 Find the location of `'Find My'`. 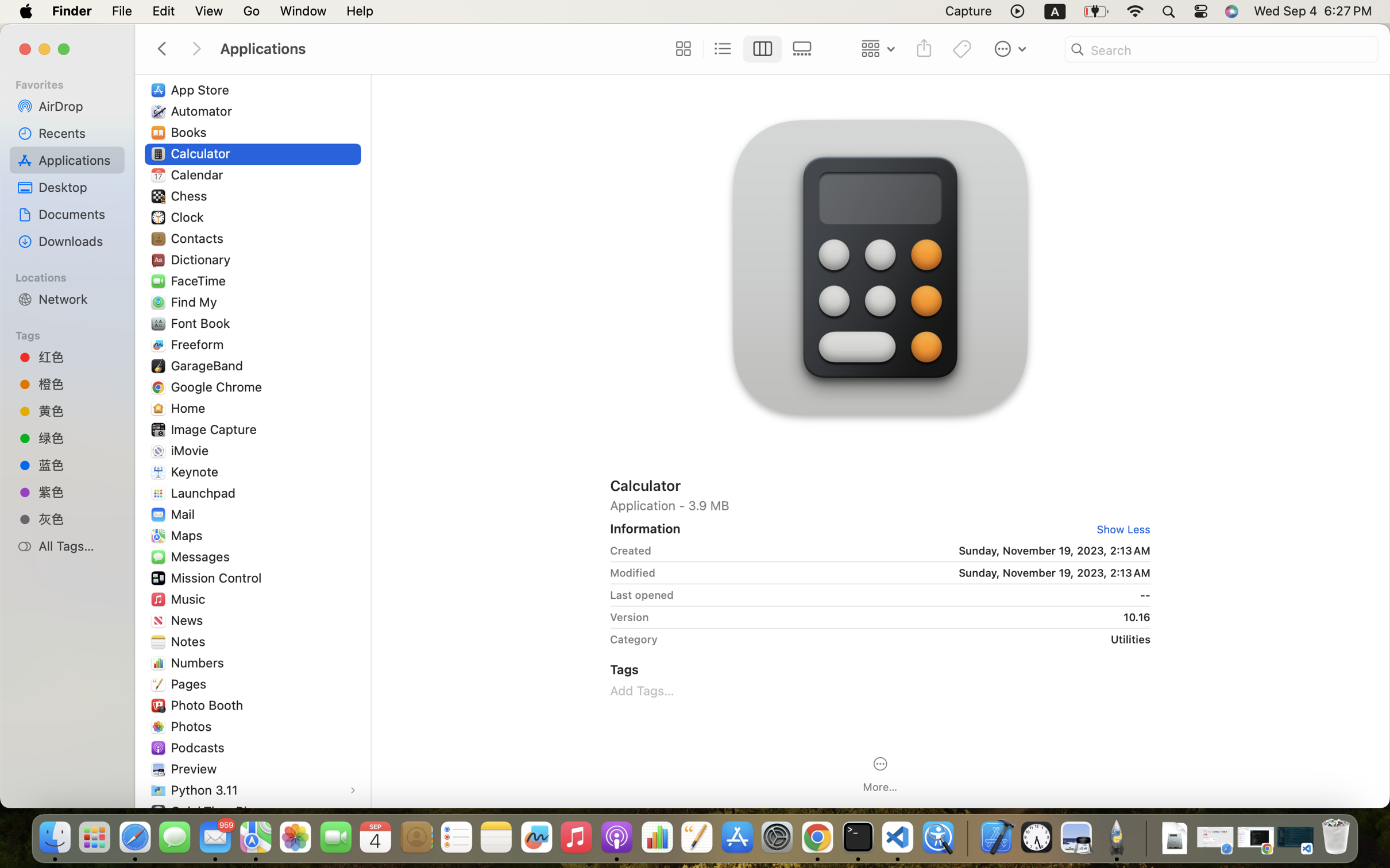

'Find My' is located at coordinates (195, 302).